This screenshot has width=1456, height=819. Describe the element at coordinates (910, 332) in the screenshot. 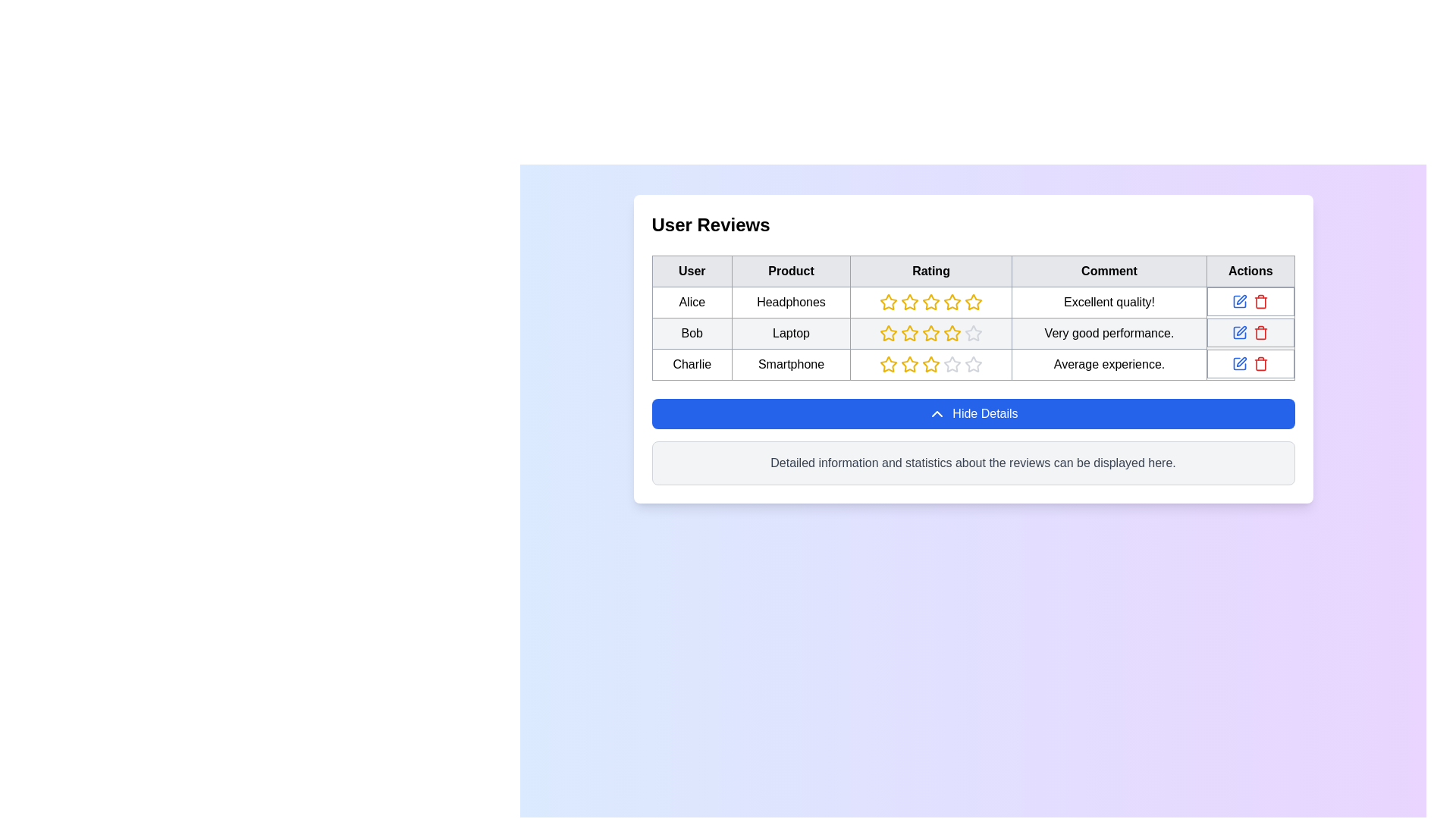

I see `the rating value by hovering over the third star-shaped icon with a yellow outline in the rating system for user 'Bob' reviewing the product 'Laptop.'` at that location.